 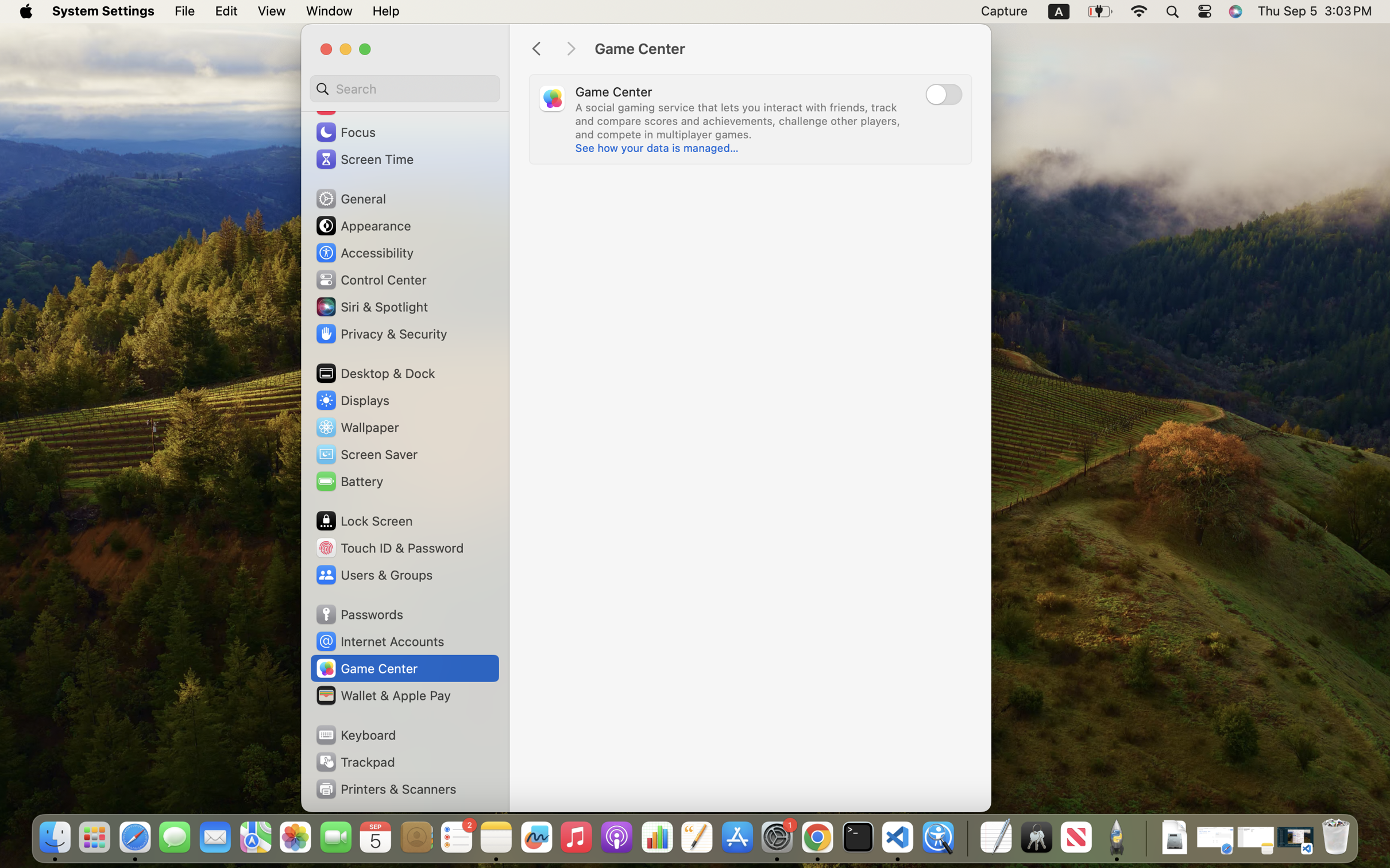 I want to click on 'Lock Screen', so click(x=363, y=520).